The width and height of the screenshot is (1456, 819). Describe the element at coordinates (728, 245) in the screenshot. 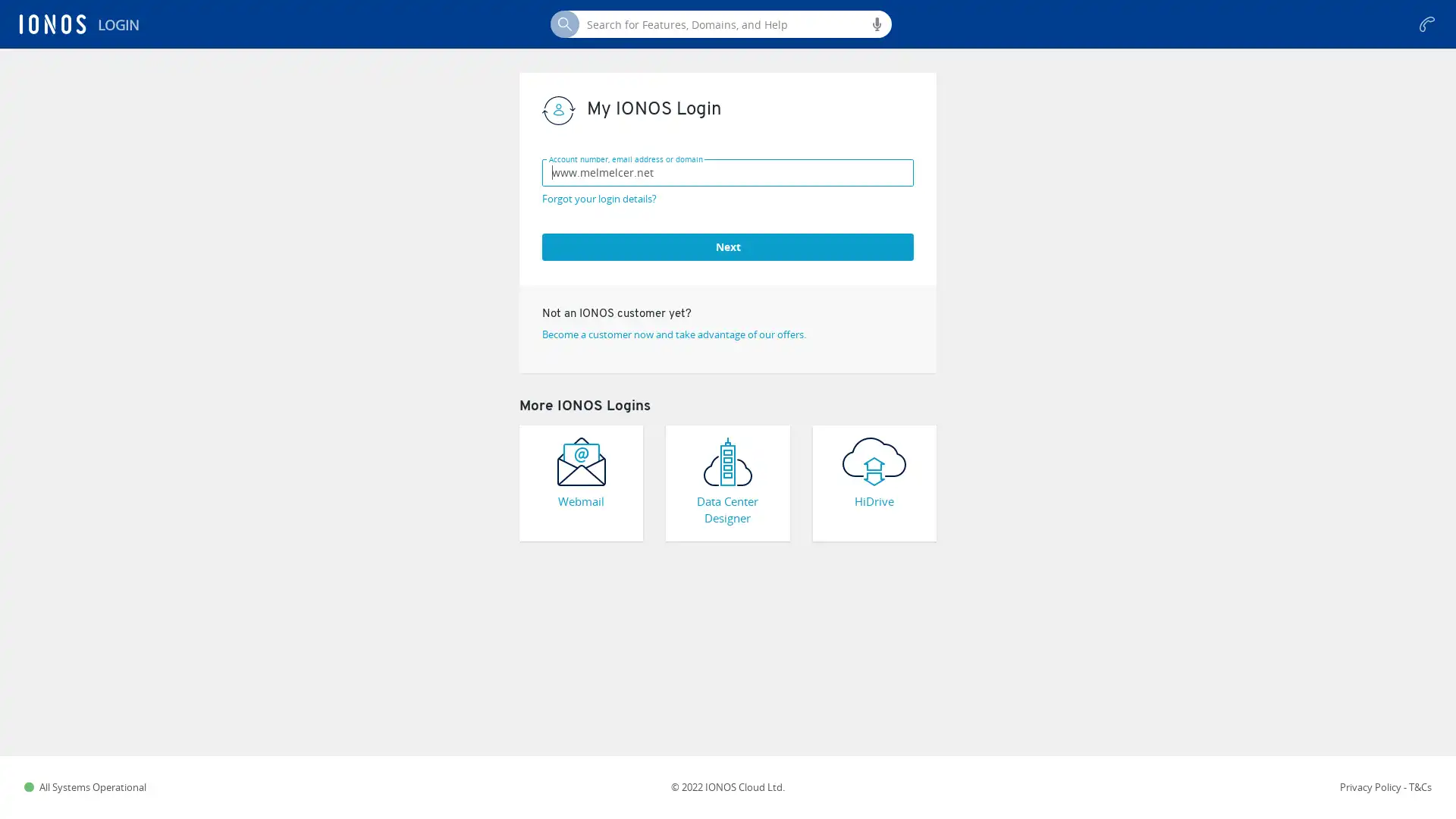

I see `Next` at that location.